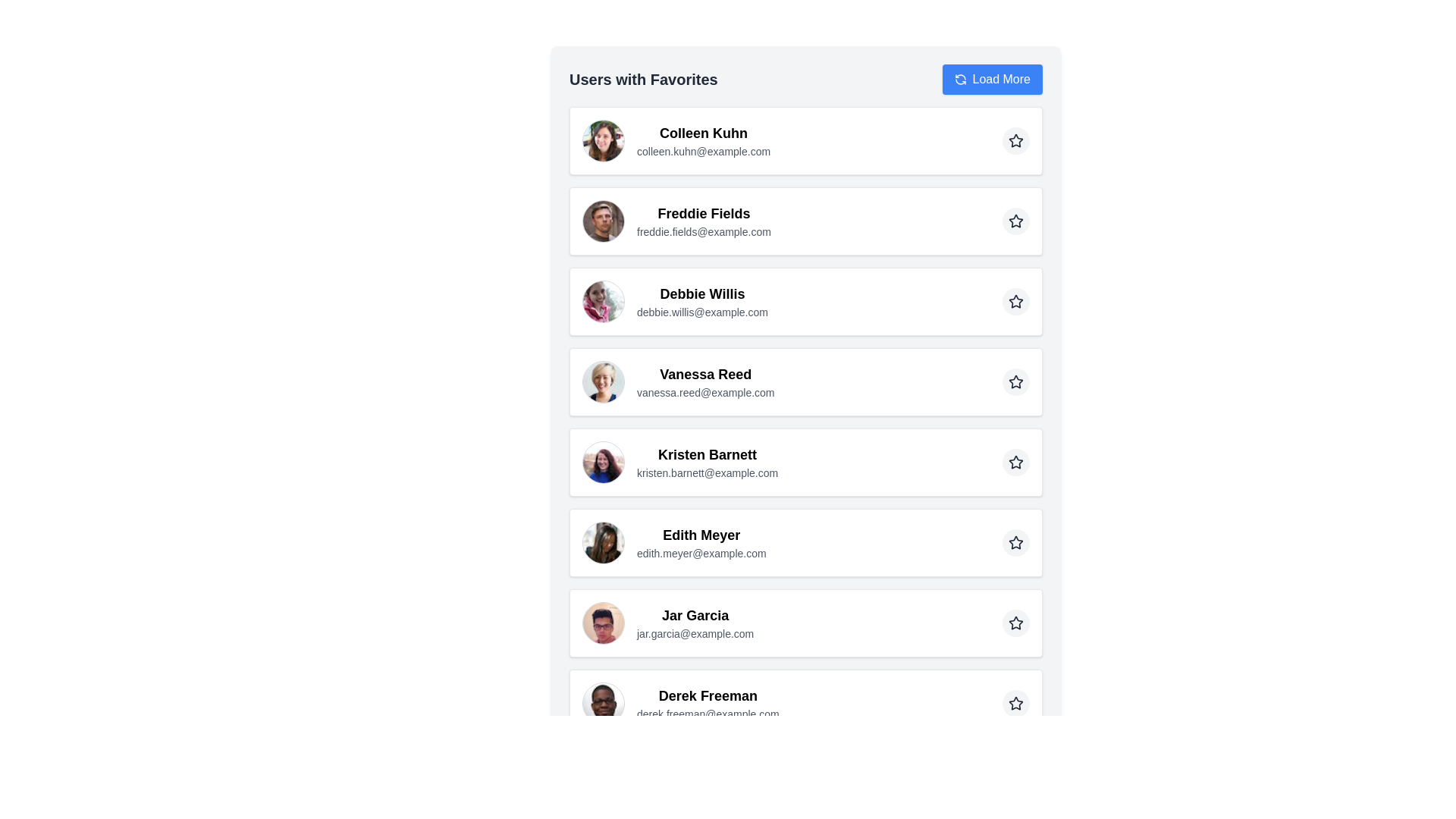  What do you see at coordinates (677, 381) in the screenshot?
I see `the Profile card that summarizes information about the user Vanessa Reed, located in the fourth row of the user list` at bounding box center [677, 381].